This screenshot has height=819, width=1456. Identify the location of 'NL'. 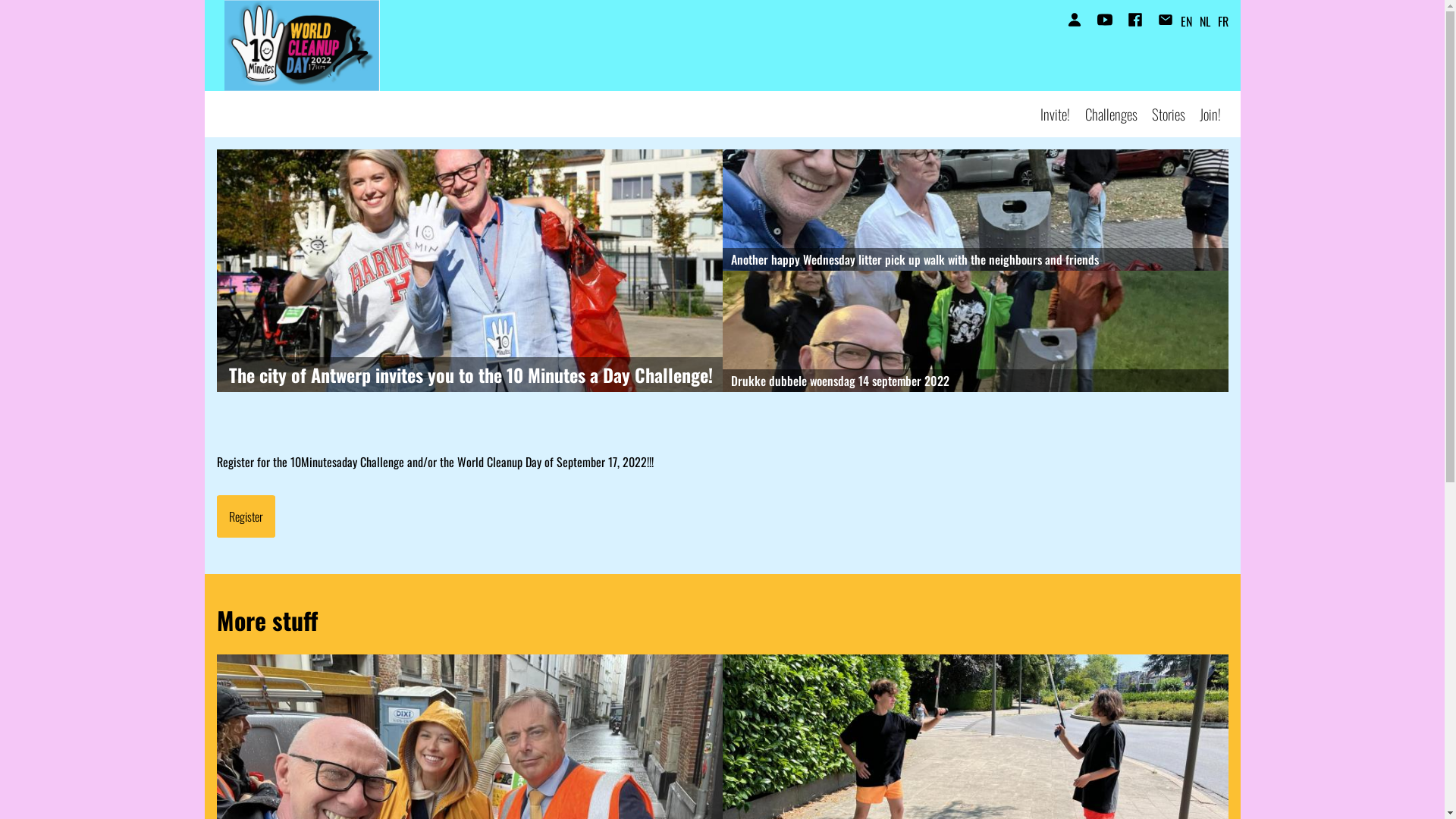
(1203, 20).